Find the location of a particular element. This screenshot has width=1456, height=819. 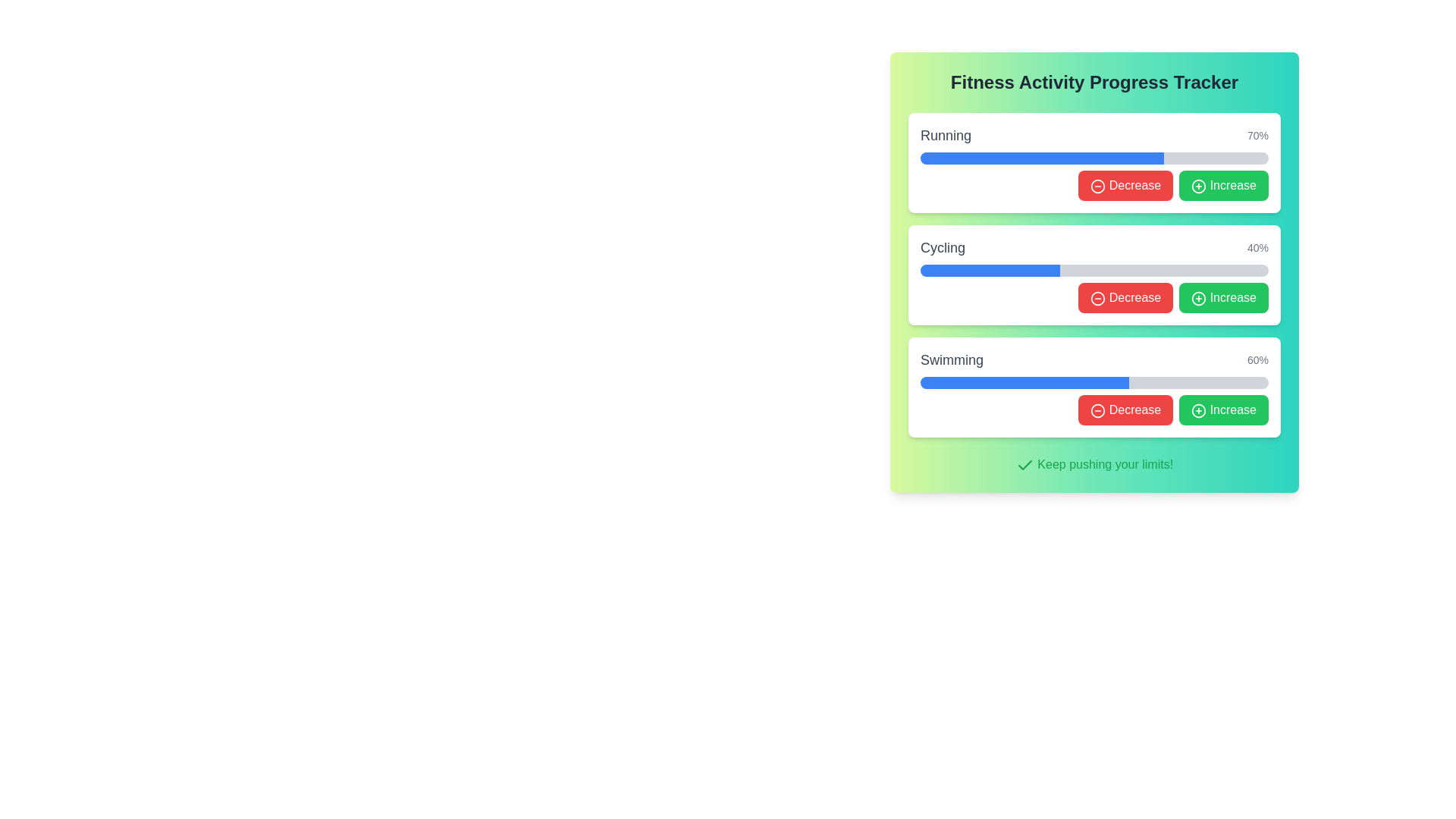

the circular icon inside the green 'Increase' button located in the 'Swimming' section of the 'Fitness Activity Progress Tracker' interface is located at coordinates (1198, 410).